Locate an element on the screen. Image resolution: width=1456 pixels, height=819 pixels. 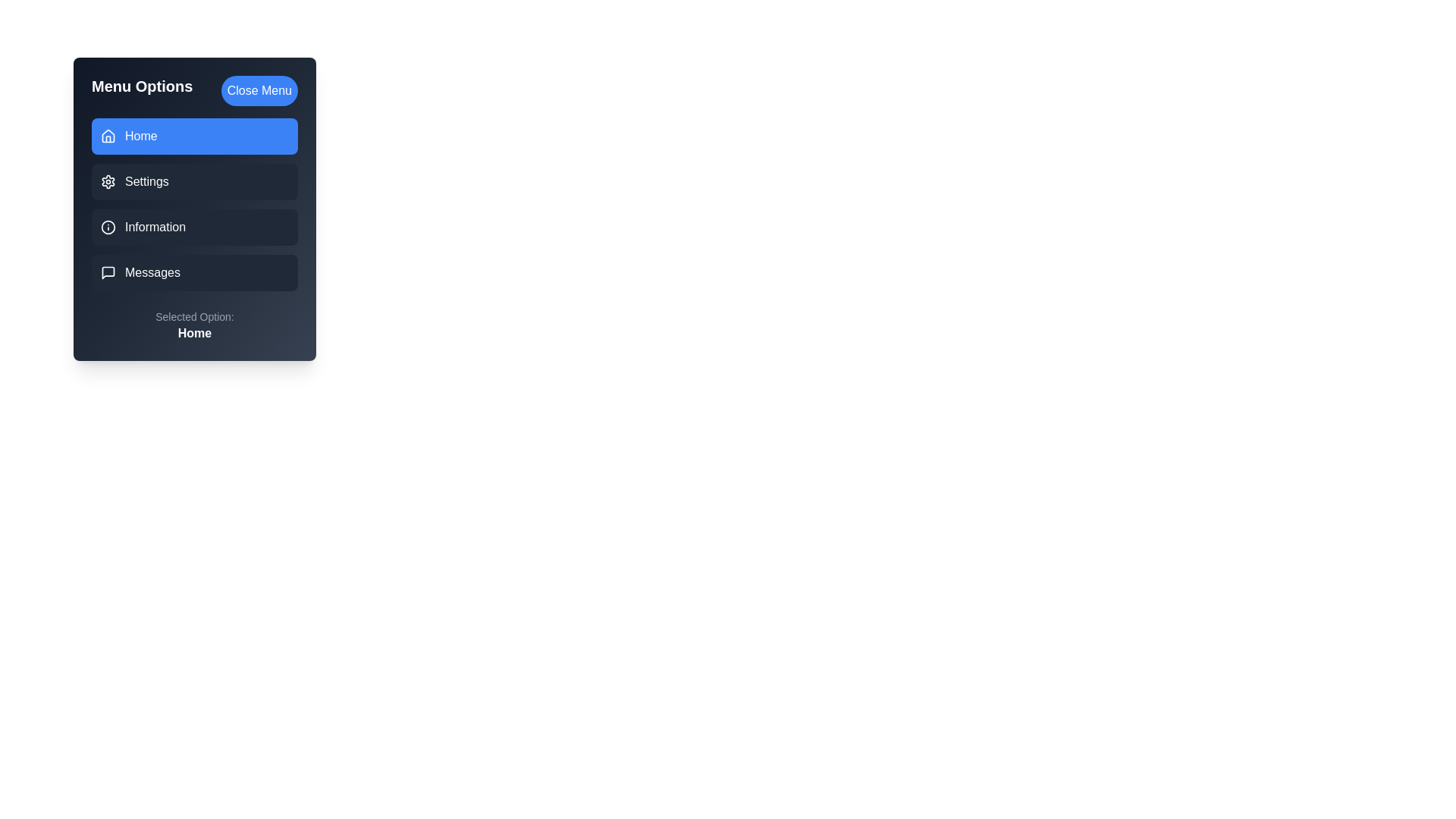
the 'Information' navigation button, which is the third option in the dark-themed menu card, located centrally below 'Settings' and above 'Messages' is located at coordinates (194, 209).